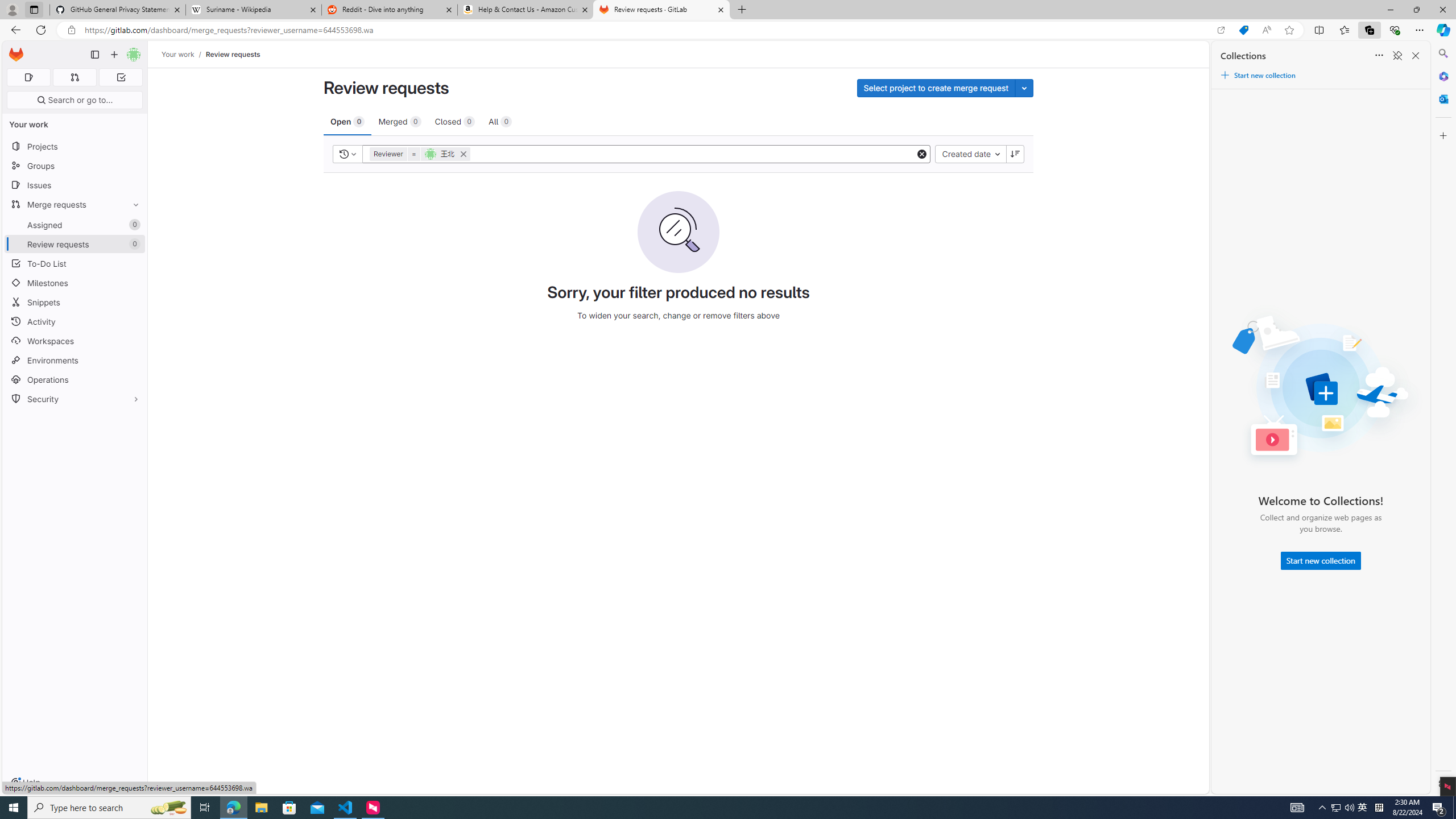  What do you see at coordinates (347, 121) in the screenshot?
I see `'Open 0'` at bounding box center [347, 121].